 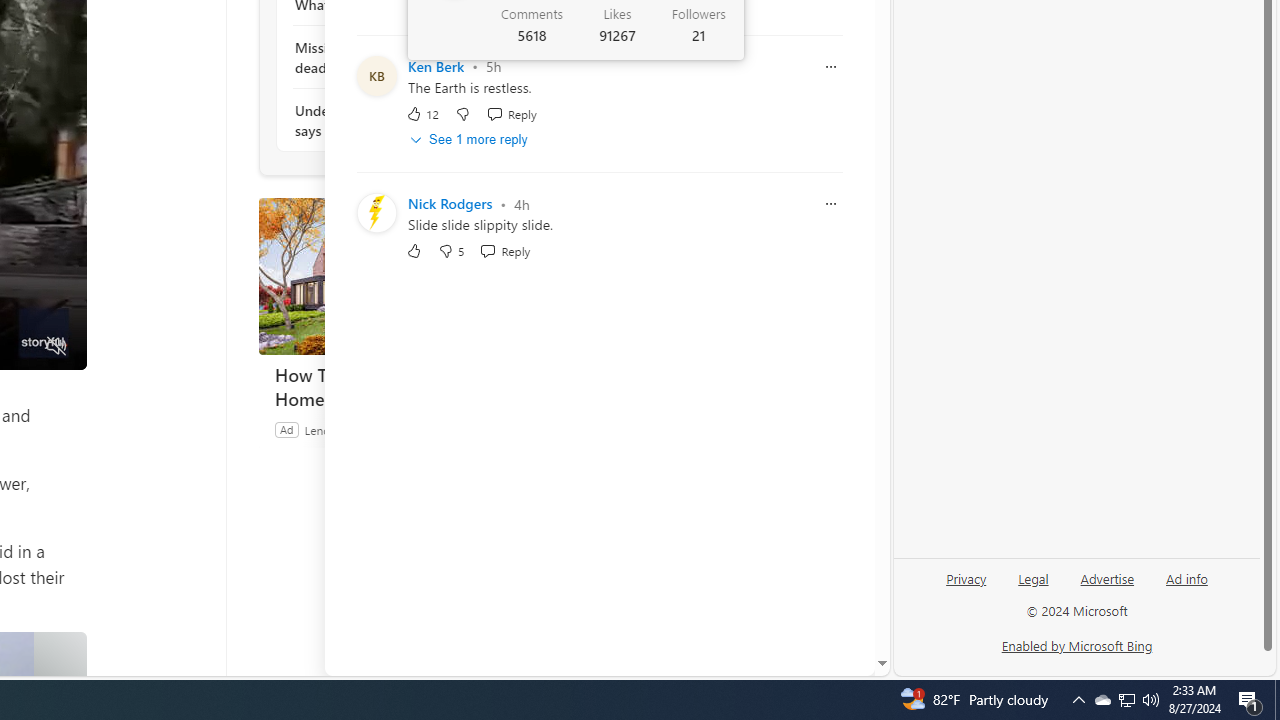 I want to click on 'Report comment', so click(x=831, y=204).